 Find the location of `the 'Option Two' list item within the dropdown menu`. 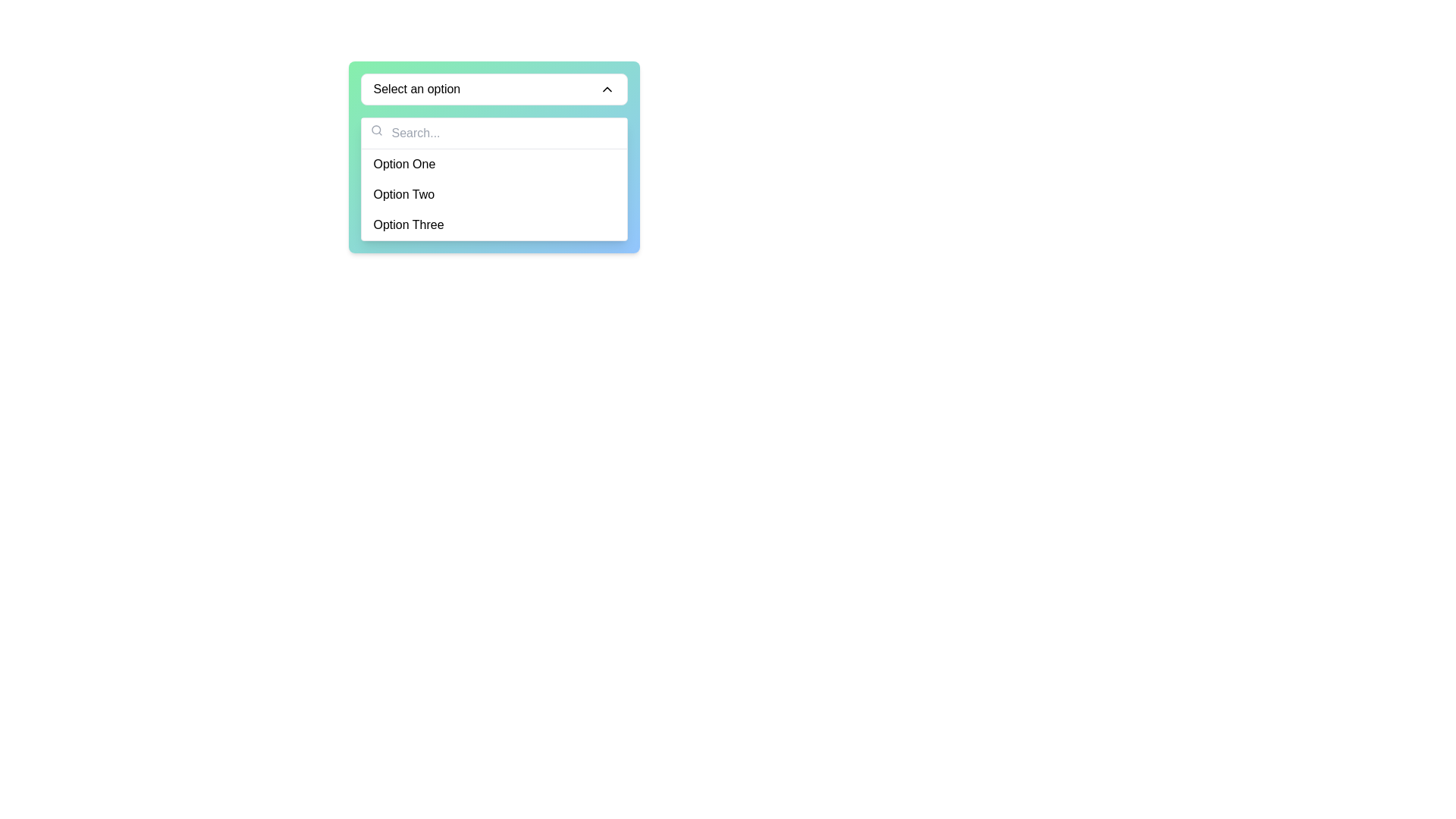

the 'Option Two' list item within the dropdown menu is located at coordinates (494, 194).